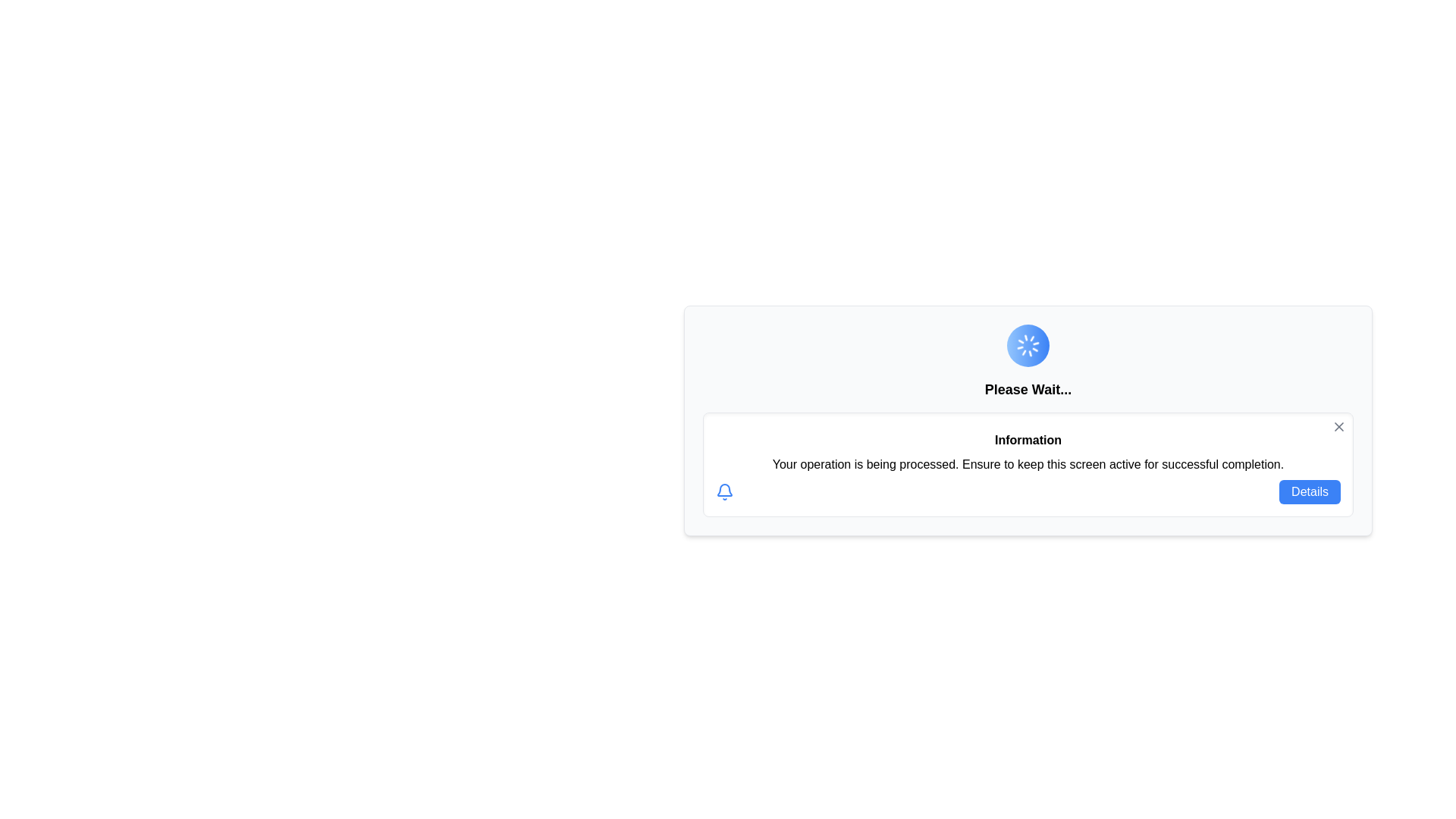  I want to click on the Loader or Spinner Icon, which indicates a loading or processing action, centrally placed within a dialog box, so click(1028, 345).